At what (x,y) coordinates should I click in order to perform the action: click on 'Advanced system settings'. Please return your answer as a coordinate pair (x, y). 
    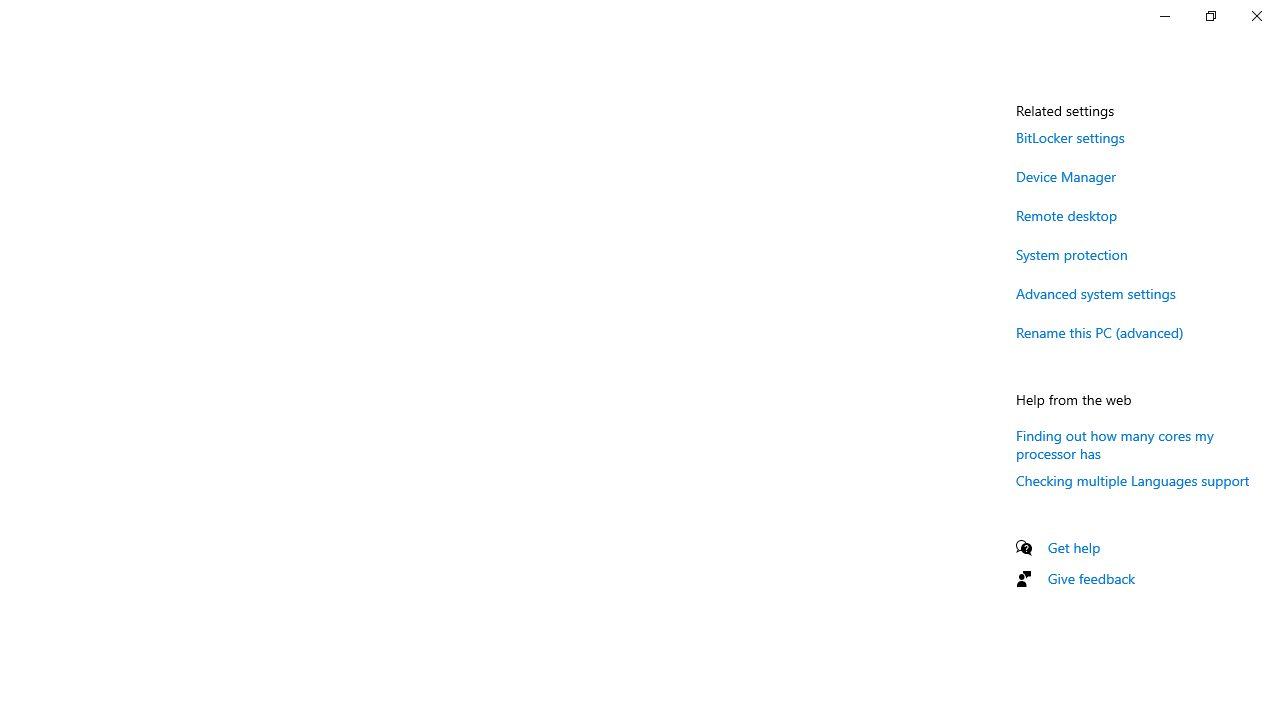
    Looking at the image, I should click on (1095, 293).